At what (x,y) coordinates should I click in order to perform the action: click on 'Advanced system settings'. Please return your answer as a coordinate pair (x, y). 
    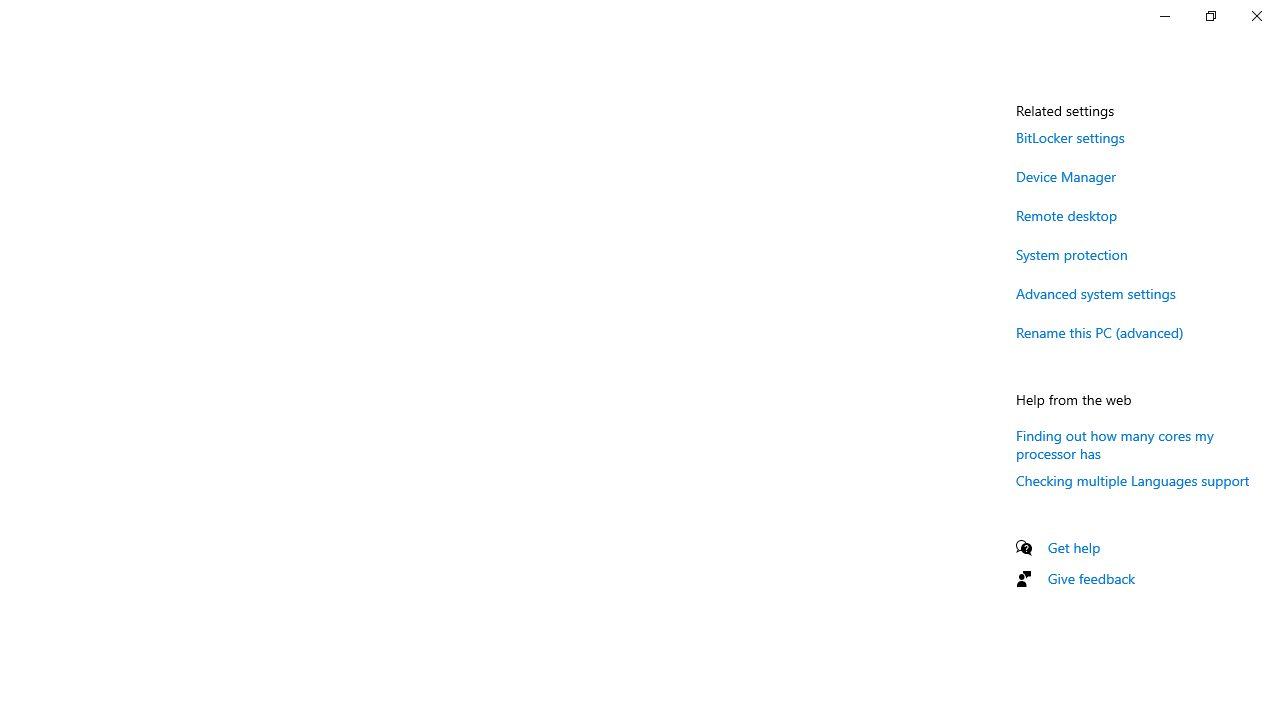
    Looking at the image, I should click on (1095, 293).